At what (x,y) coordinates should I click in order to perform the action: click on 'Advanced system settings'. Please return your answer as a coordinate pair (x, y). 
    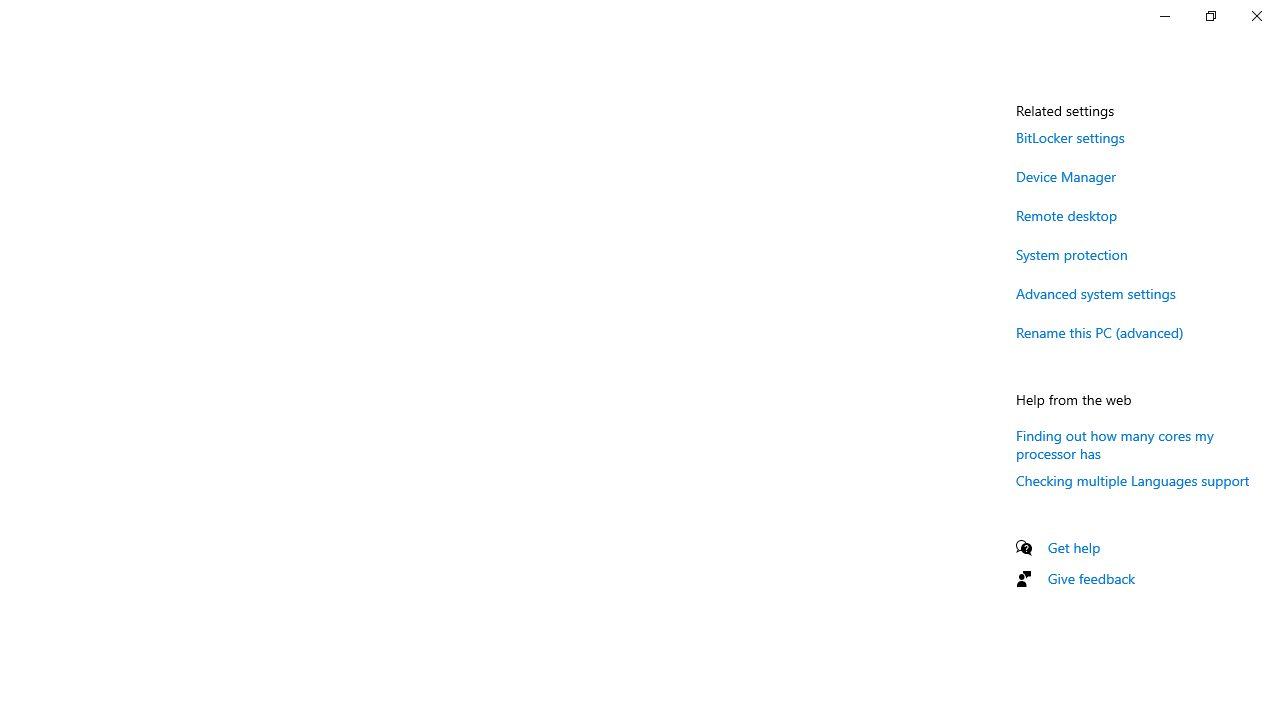
    Looking at the image, I should click on (1095, 293).